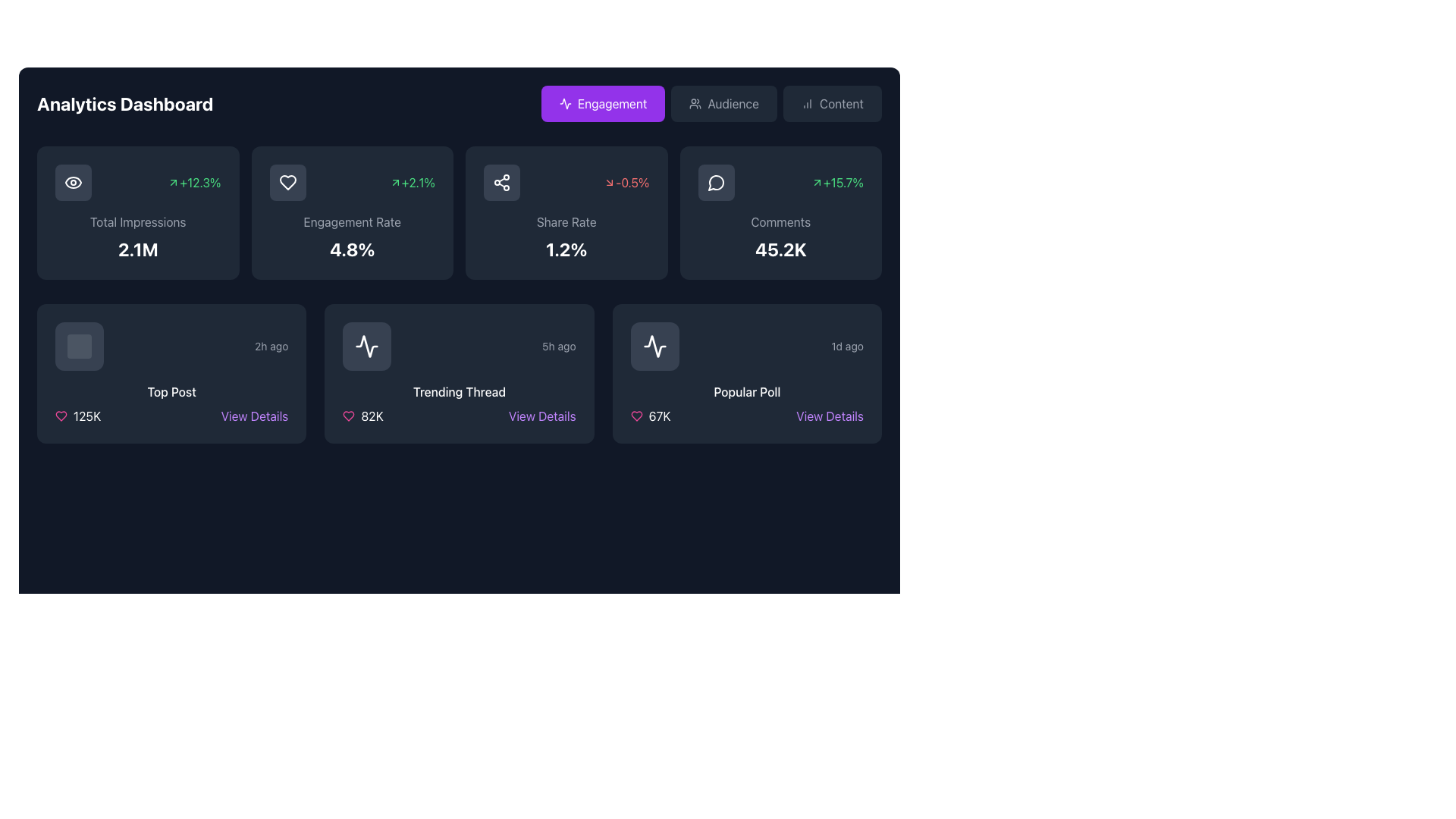 The width and height of the screenshot is (1456, 819). What do you see at coordinates (846, 346) in the screenshot?
I see `the text label displaying '1d ago' in light gray font, located in the bottom-right corner of the 'Popular Poll' section in the dashboard interface` at bounding box center [846, 346].